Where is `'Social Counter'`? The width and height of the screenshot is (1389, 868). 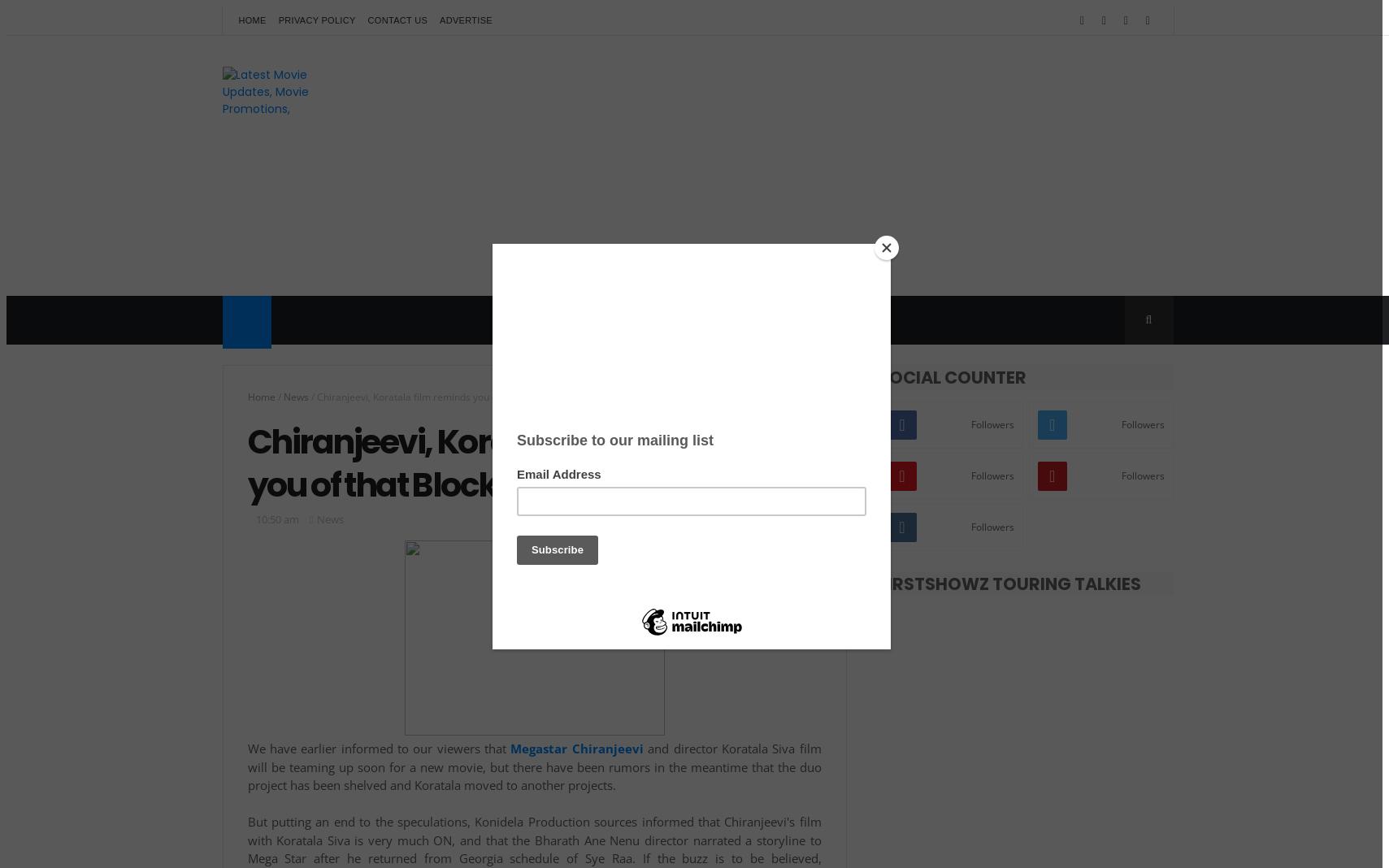 'Social Counter' is located at coordinates (952, 377).